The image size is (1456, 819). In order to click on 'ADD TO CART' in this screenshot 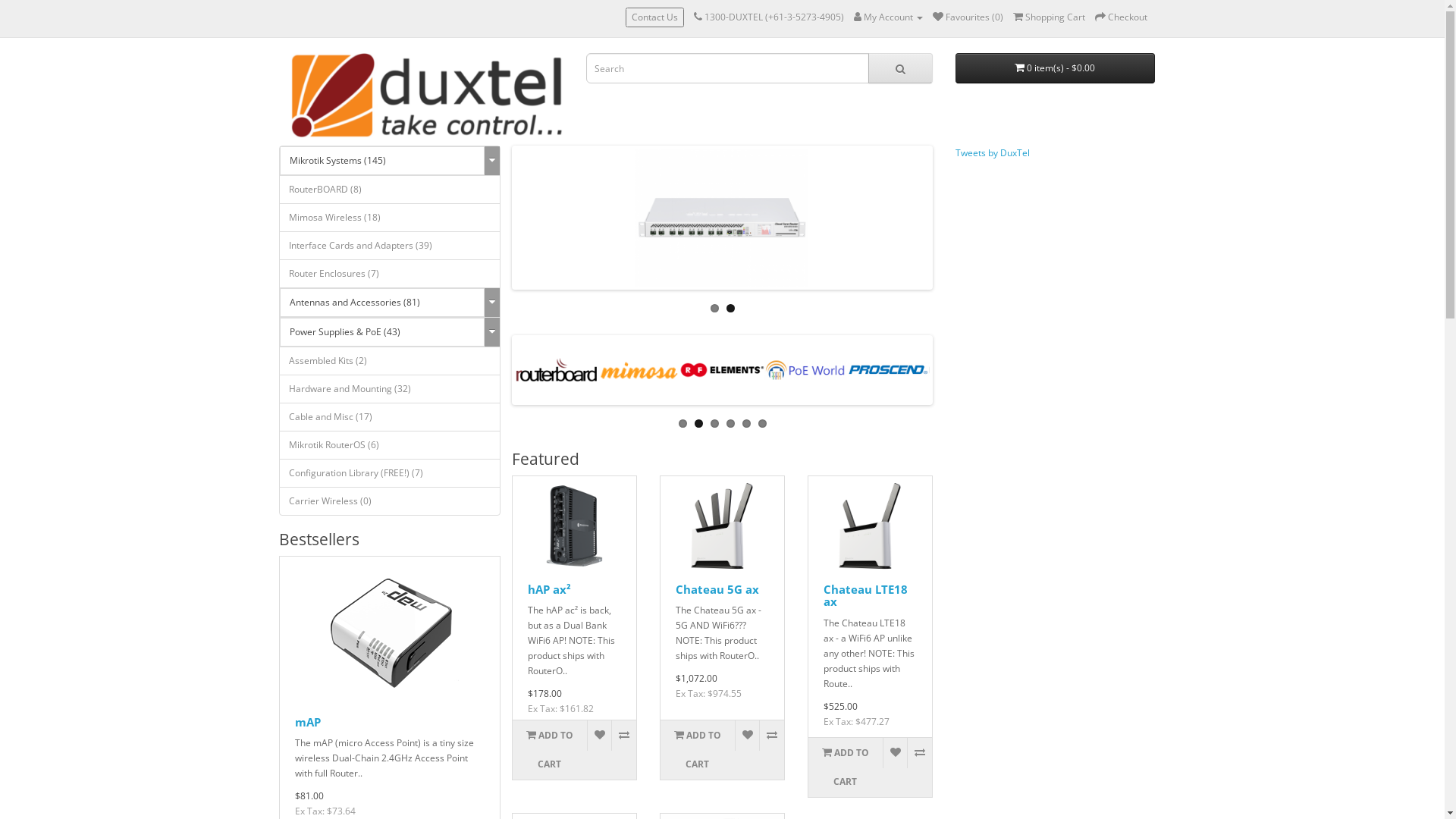, I will do `click(513, 748)`.